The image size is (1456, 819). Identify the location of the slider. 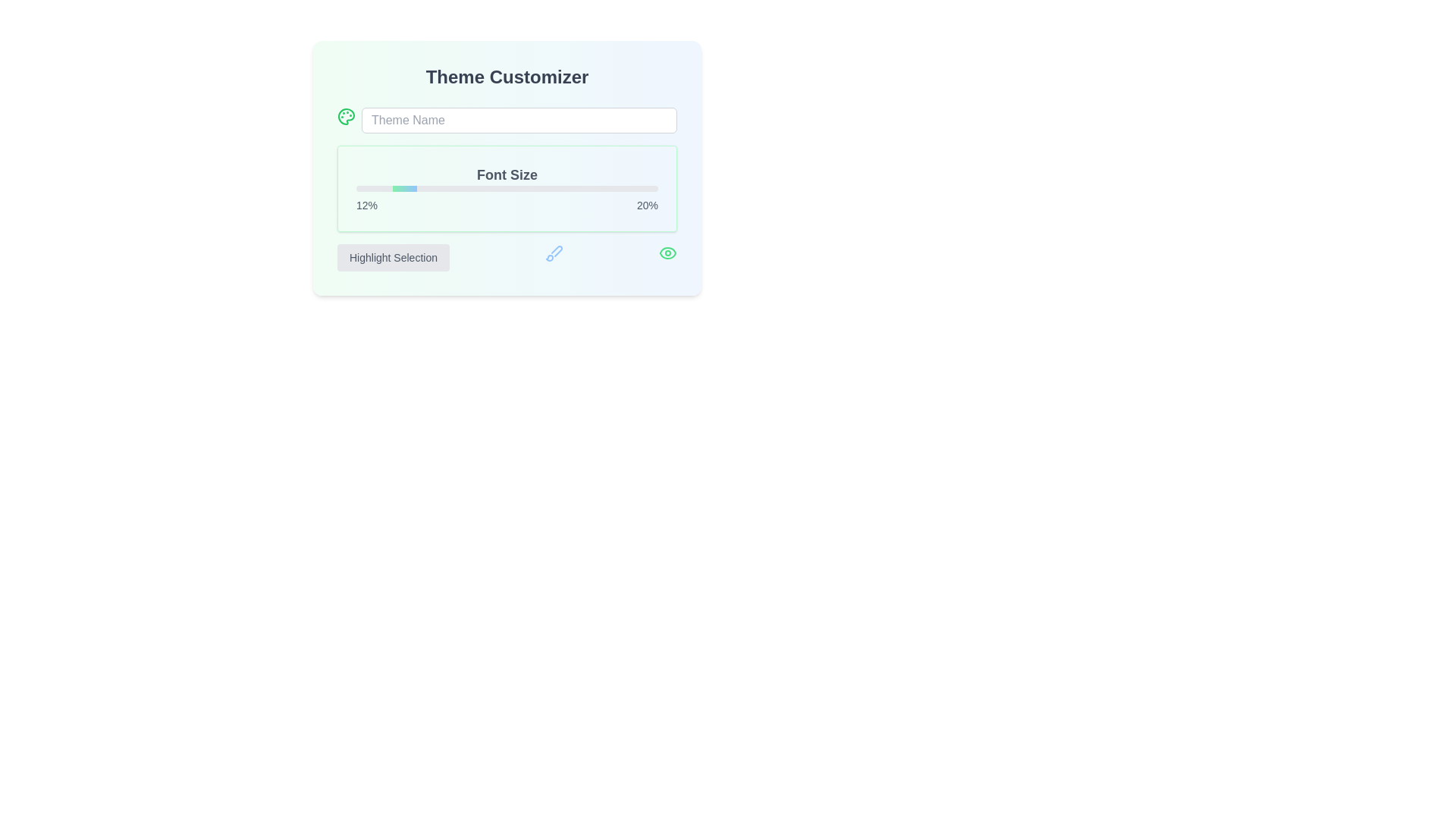
(573, 188).